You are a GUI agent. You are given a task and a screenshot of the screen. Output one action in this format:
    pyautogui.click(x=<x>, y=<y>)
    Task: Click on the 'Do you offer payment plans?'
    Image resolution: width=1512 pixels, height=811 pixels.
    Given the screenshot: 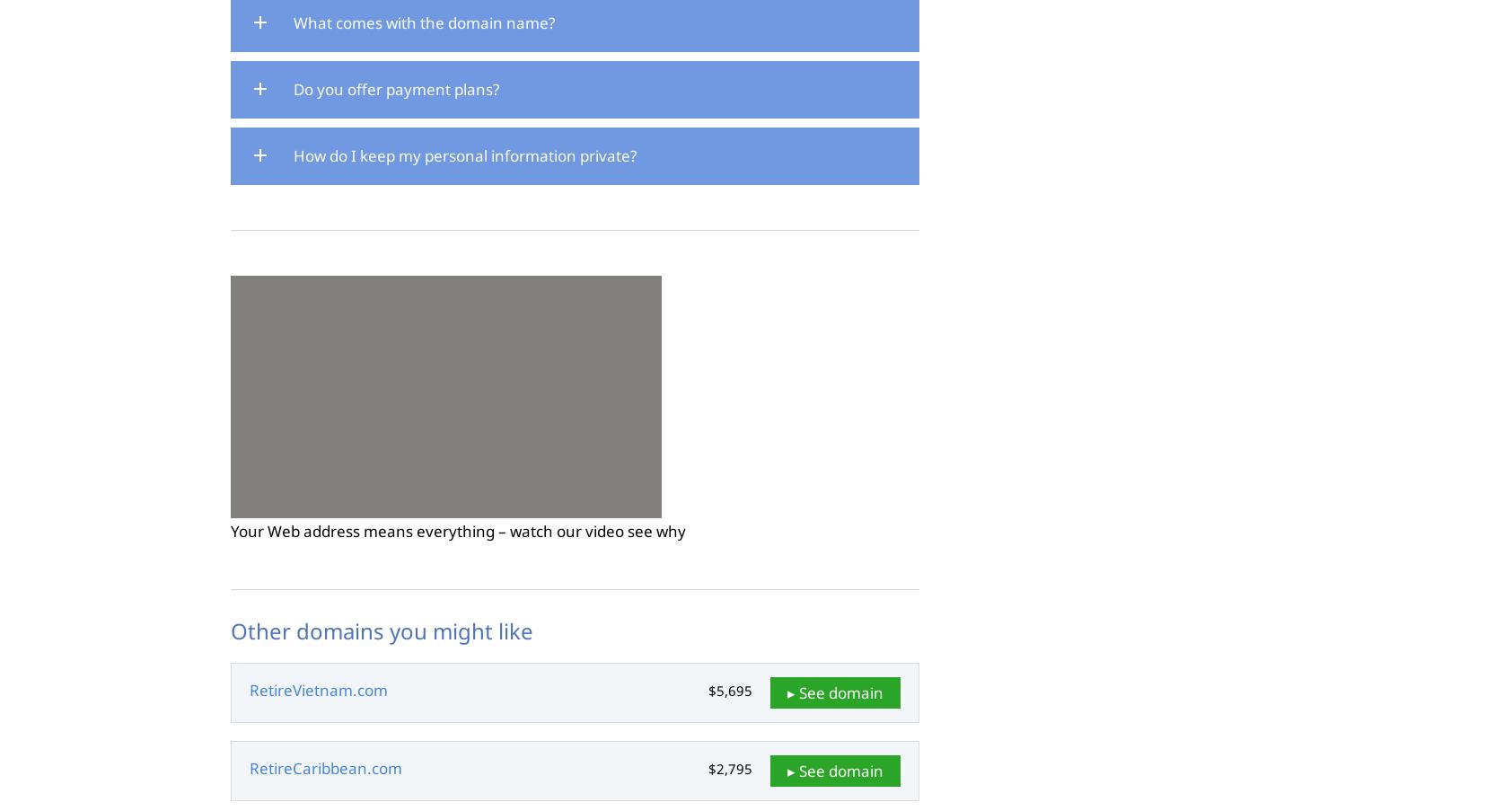 What is the action you would take?
    pyautogui.click(x=395, y=89)
    